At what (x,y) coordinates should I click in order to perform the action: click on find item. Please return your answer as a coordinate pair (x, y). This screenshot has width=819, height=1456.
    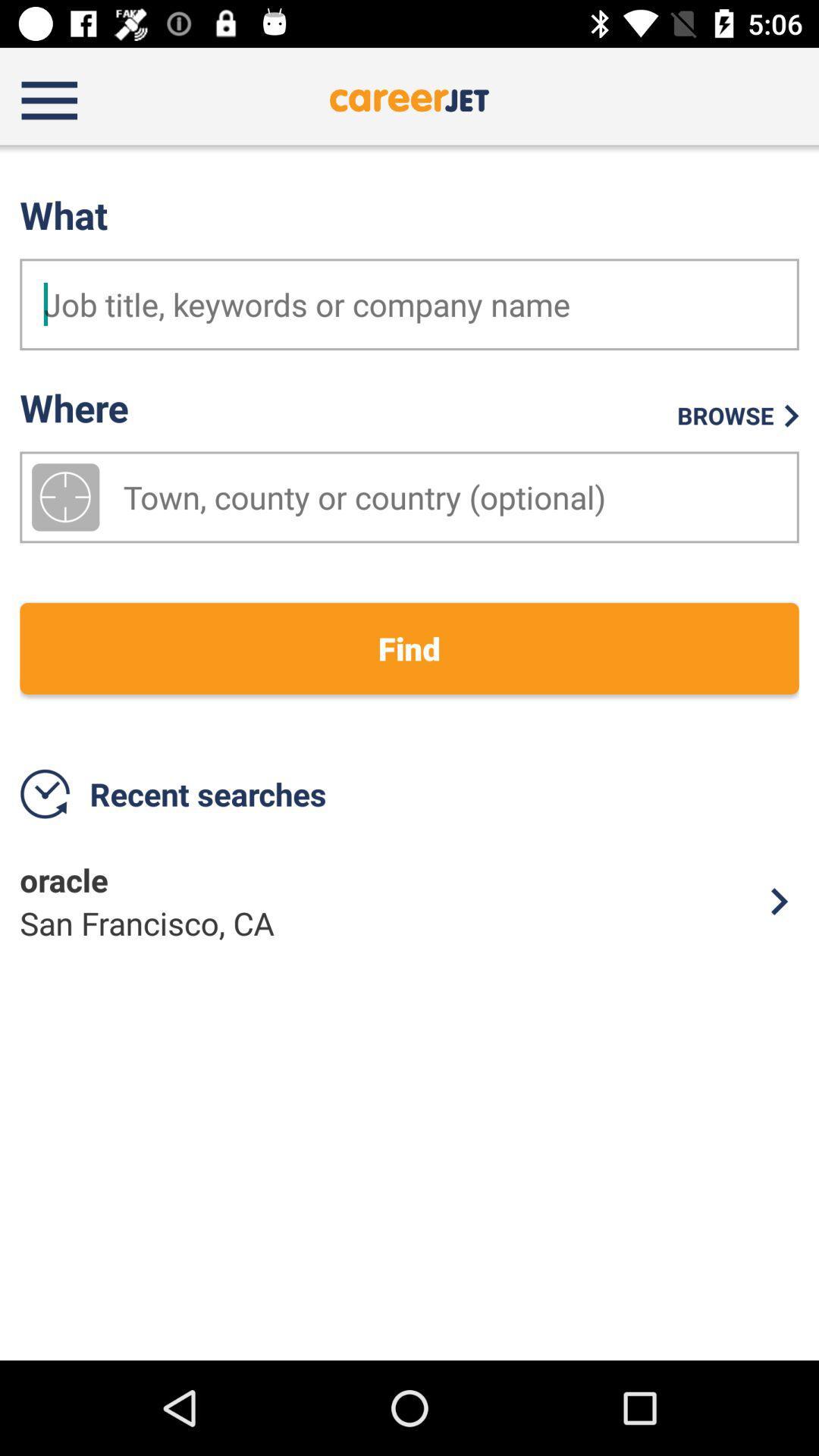
    Looking at the image, I should click on (409, 648).